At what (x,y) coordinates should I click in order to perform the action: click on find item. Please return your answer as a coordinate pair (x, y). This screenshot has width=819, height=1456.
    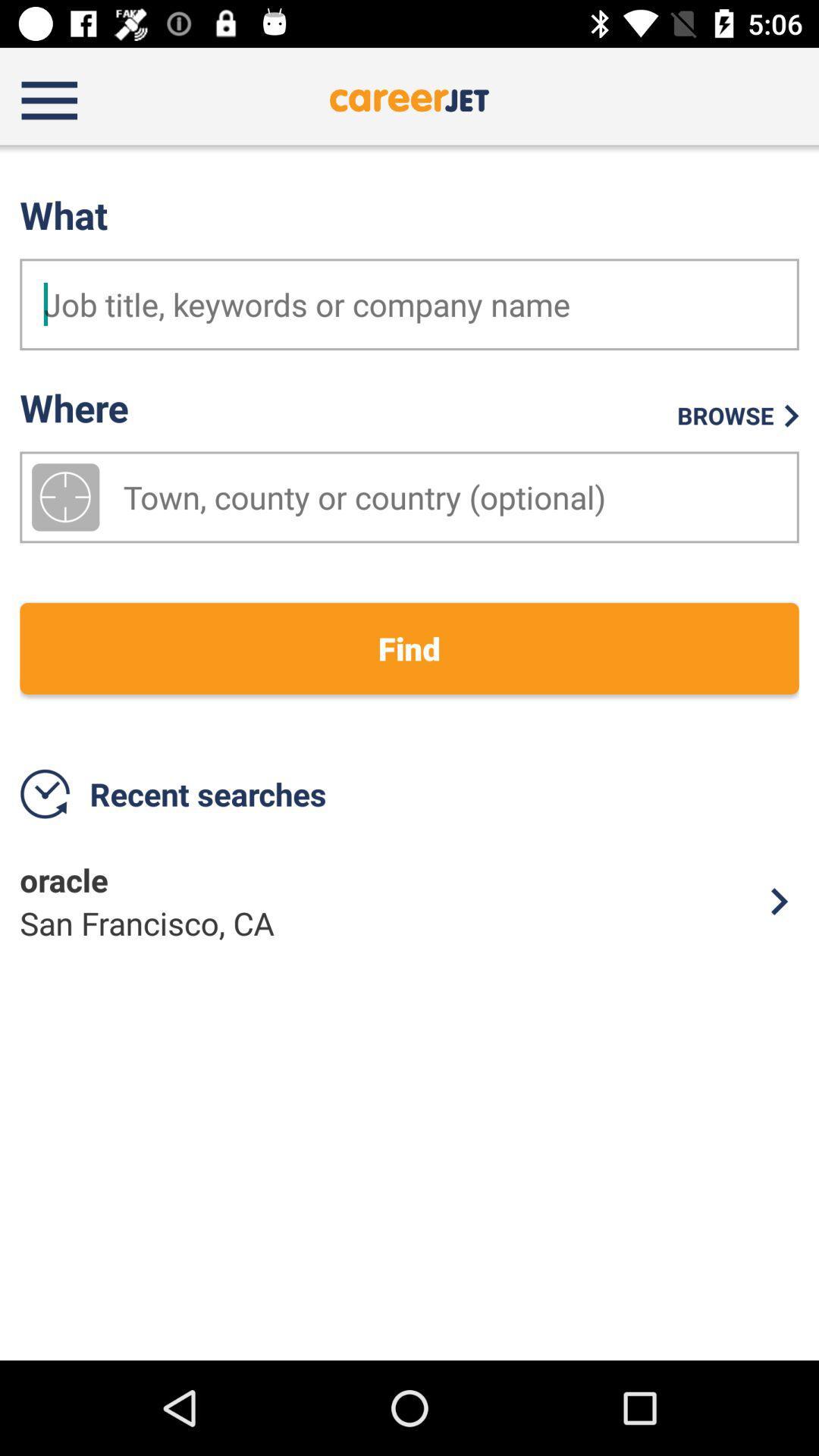
    Looking at the image, I should click on (409, 648).